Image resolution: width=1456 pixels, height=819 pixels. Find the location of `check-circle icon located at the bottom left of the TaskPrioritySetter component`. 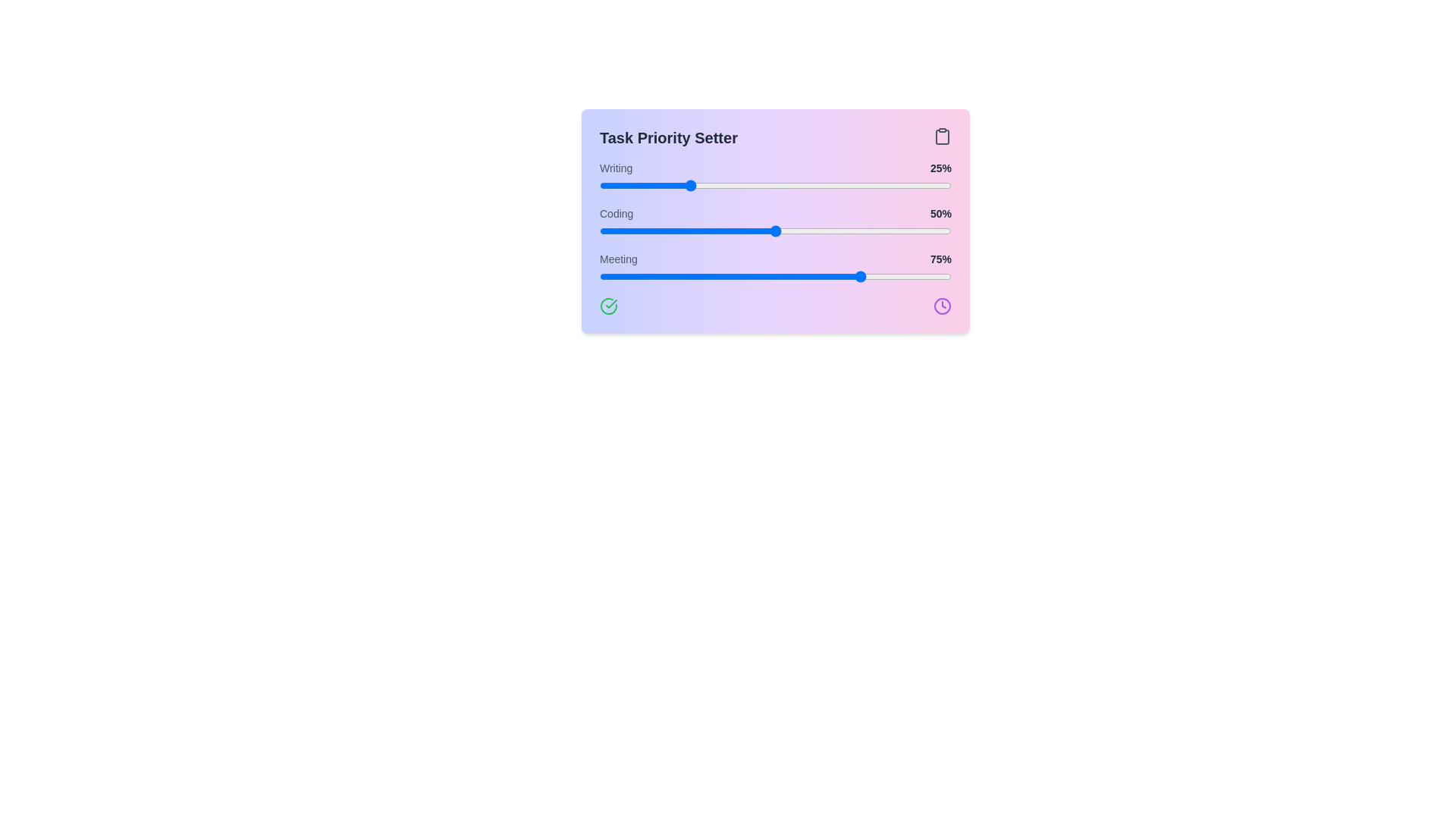

check-circle icon located at the bottom left of the TaskPrioritySetter component is located at coordinates (608, 306).